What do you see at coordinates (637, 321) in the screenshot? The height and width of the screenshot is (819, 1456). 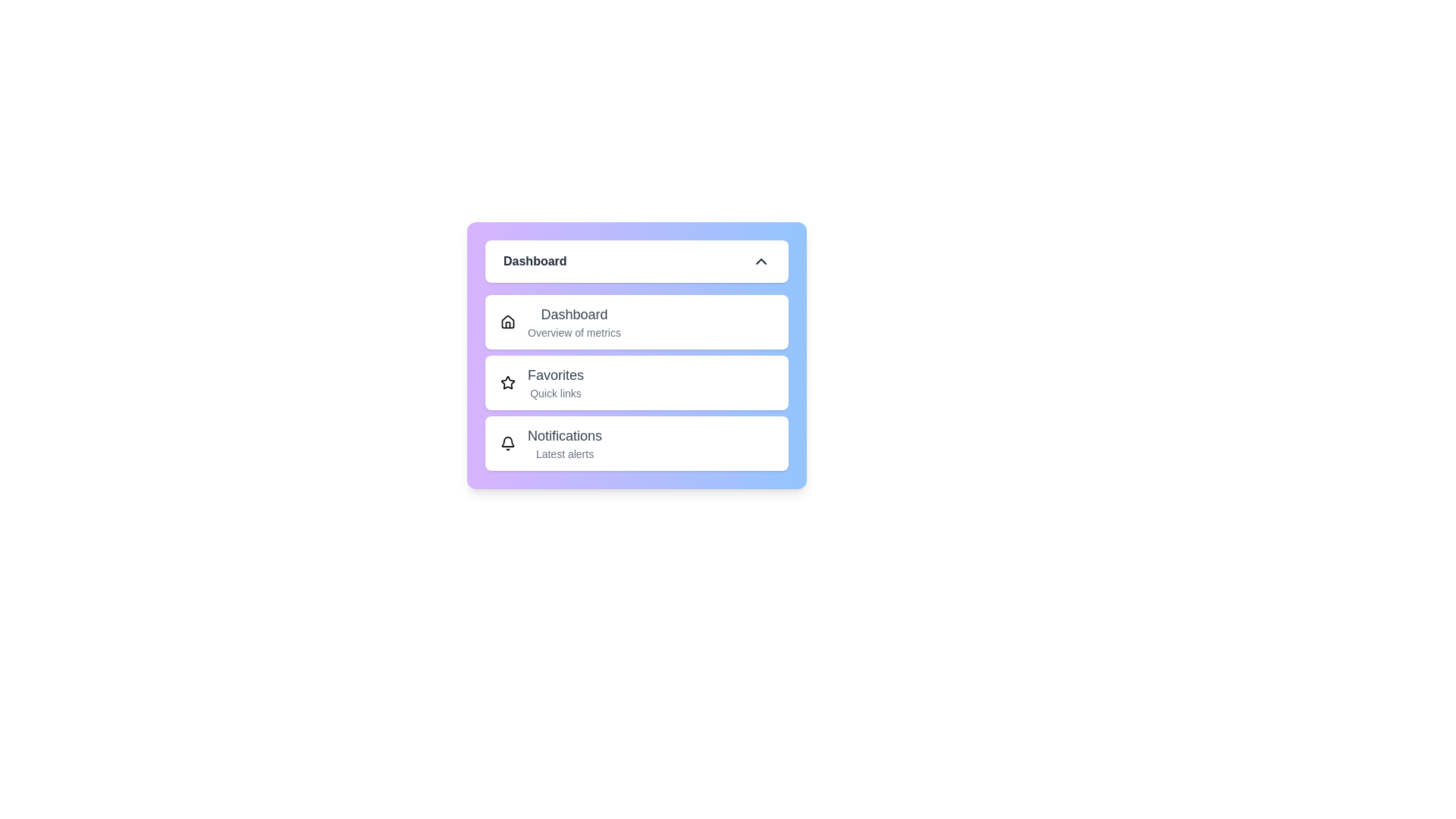 I see `the menu item Dashboard from the list` at bounding box center [637, 321].